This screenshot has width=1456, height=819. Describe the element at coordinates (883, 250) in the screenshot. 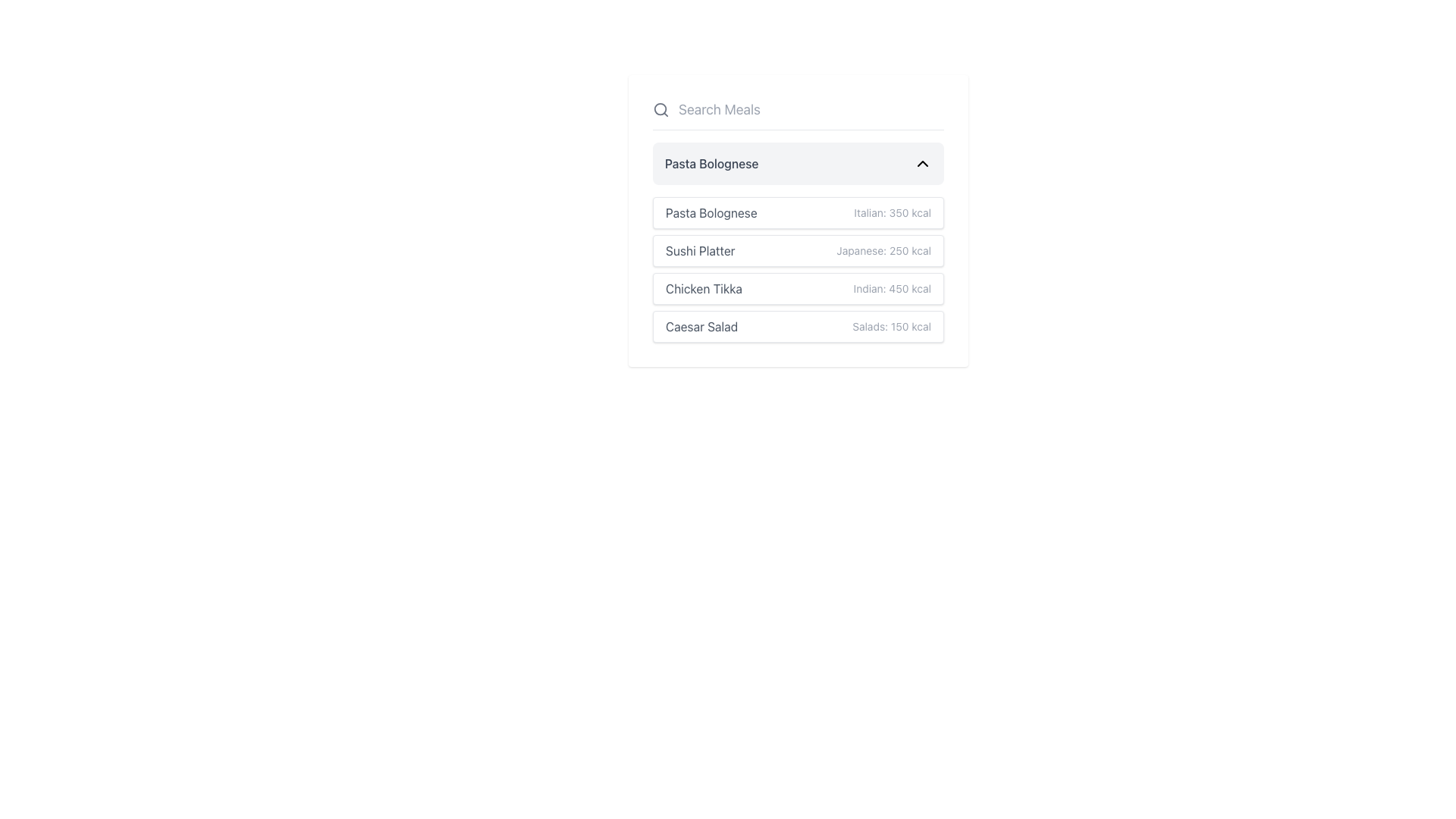

I see `the nutritional information text label for the dish 'Sushi Platter', which is located to the right of the main dish name in the vertical list` at that location.